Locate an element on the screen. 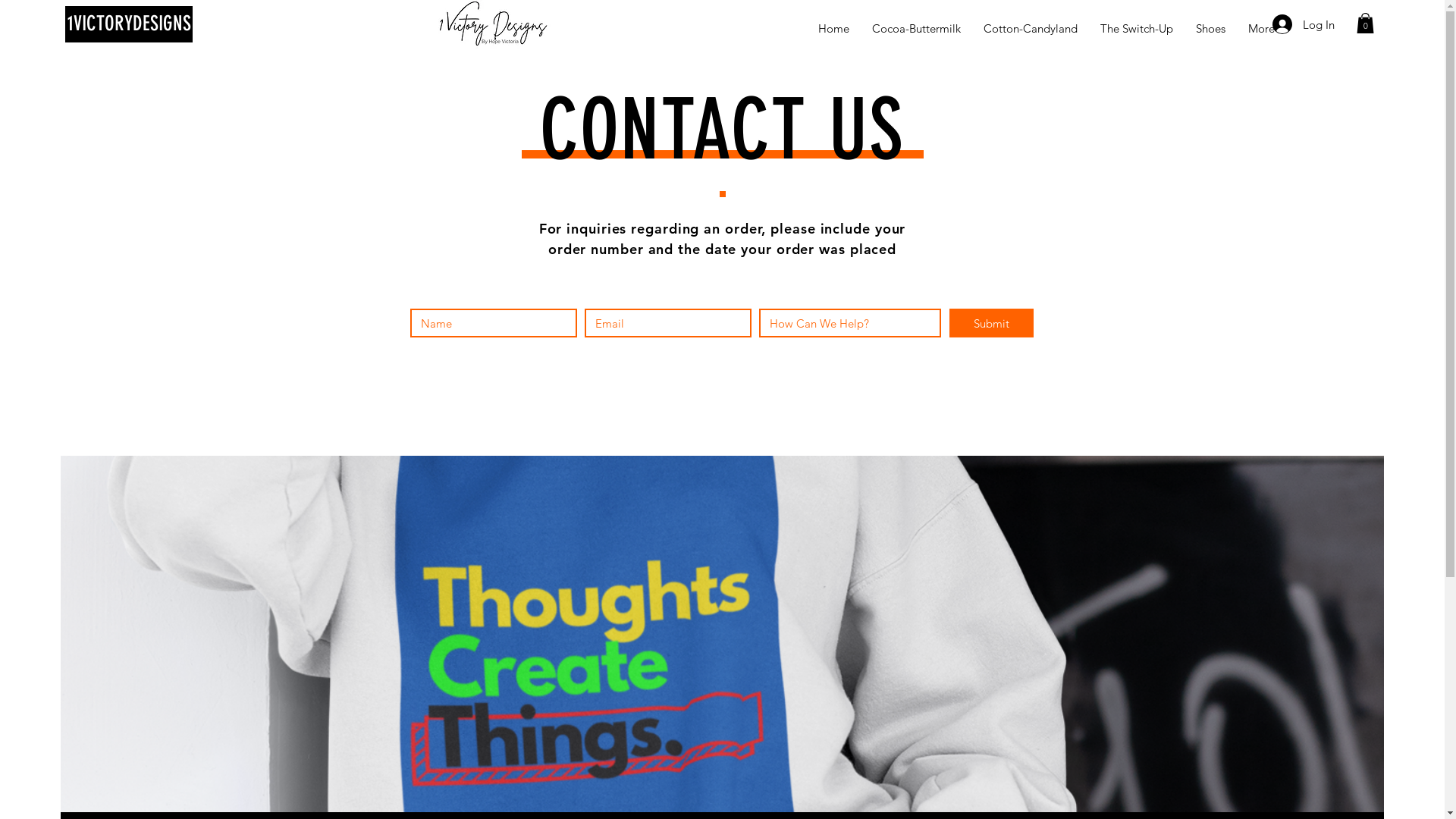 This screenshot has height=819, width=1456. 'Cotton-Candyland' is located at coordinates (1030, 28).